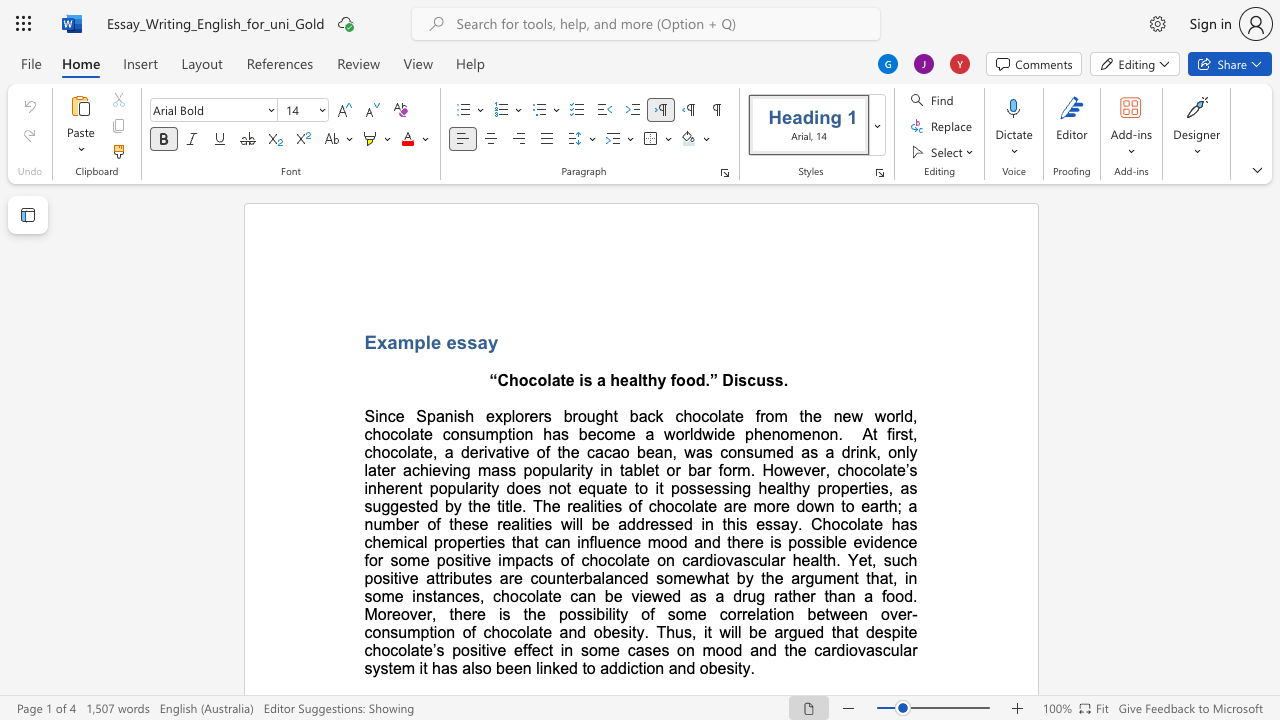 This screenshot has height=720, width=1280. Describe the element at coordinates (537, 488) in the screenshot. I see `the 8th character "s" in the text` at that location.